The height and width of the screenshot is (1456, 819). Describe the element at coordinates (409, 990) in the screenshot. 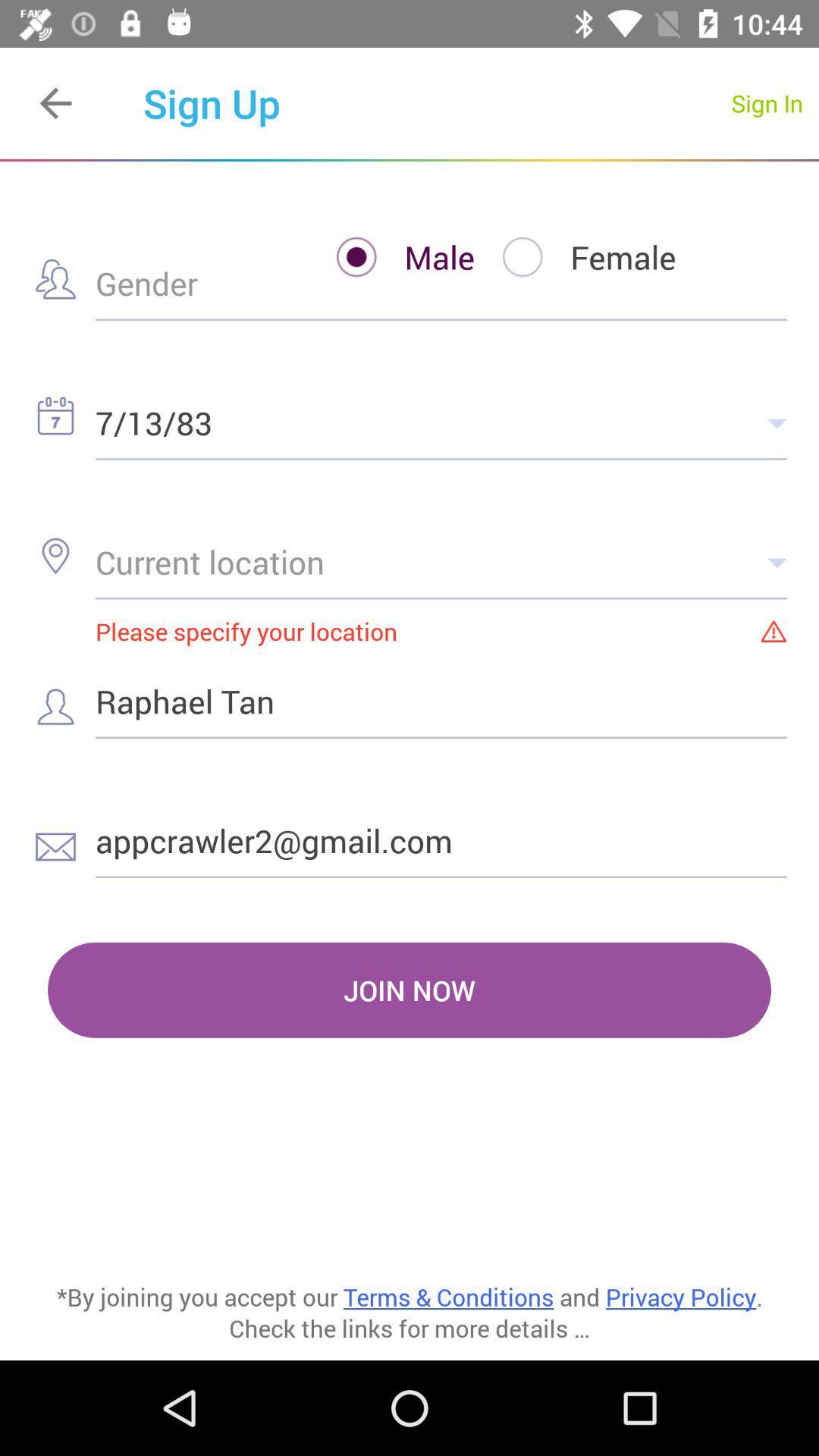

I see `the join now item` at that location.